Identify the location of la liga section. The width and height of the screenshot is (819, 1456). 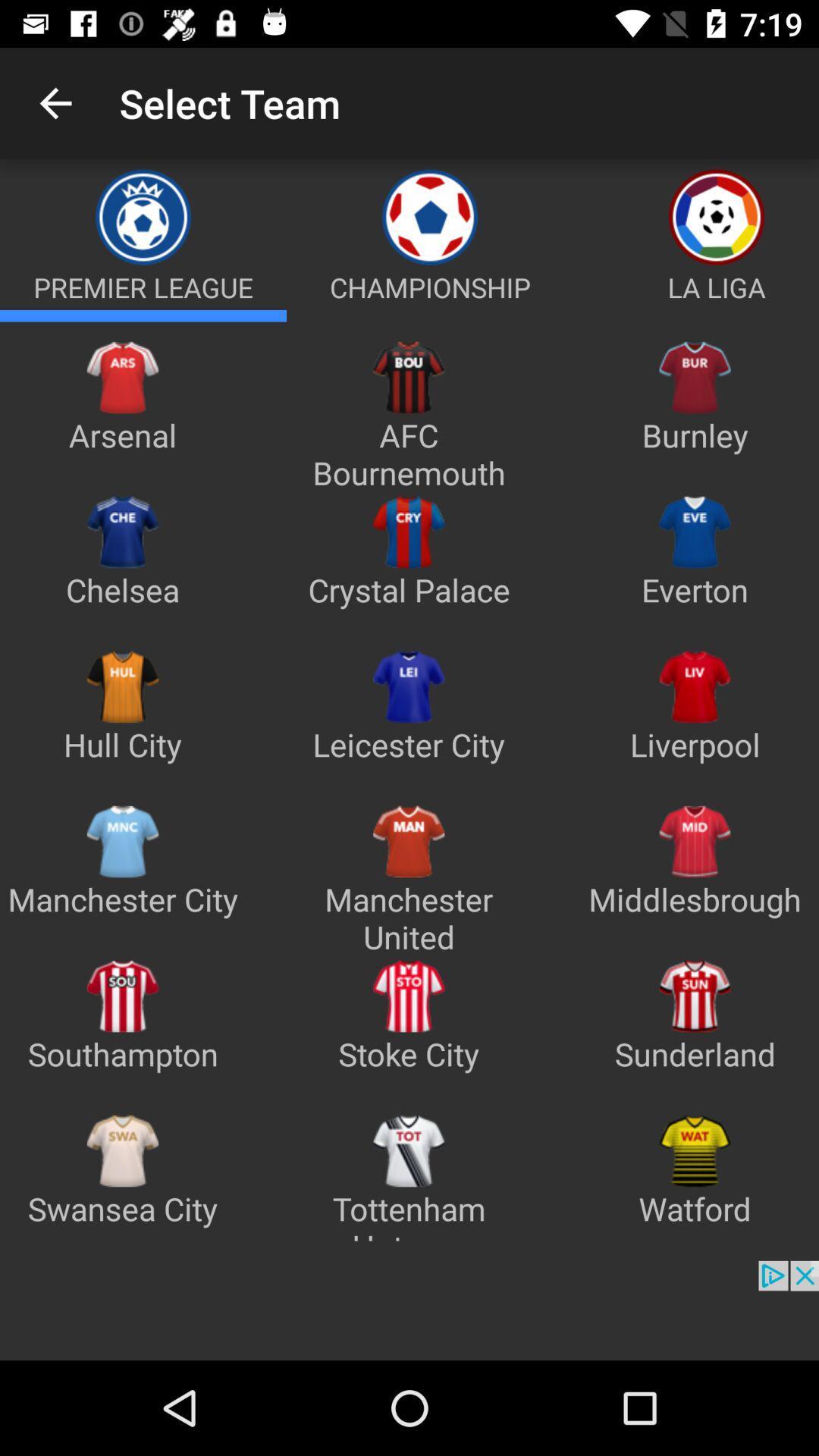
(696, 315).